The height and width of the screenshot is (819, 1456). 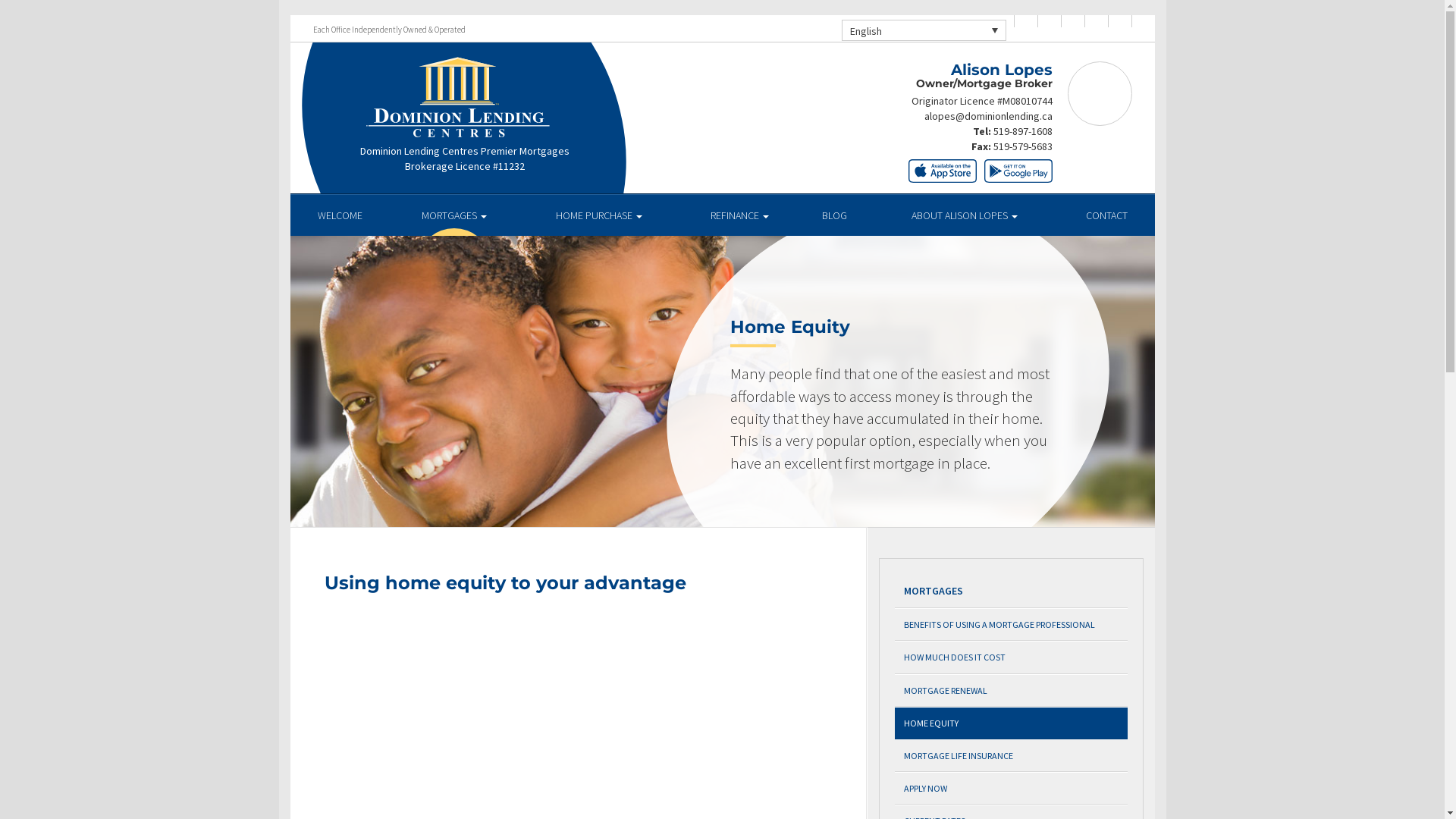 I want to click on 'MORTGAGES', so click(x=453, y=215).